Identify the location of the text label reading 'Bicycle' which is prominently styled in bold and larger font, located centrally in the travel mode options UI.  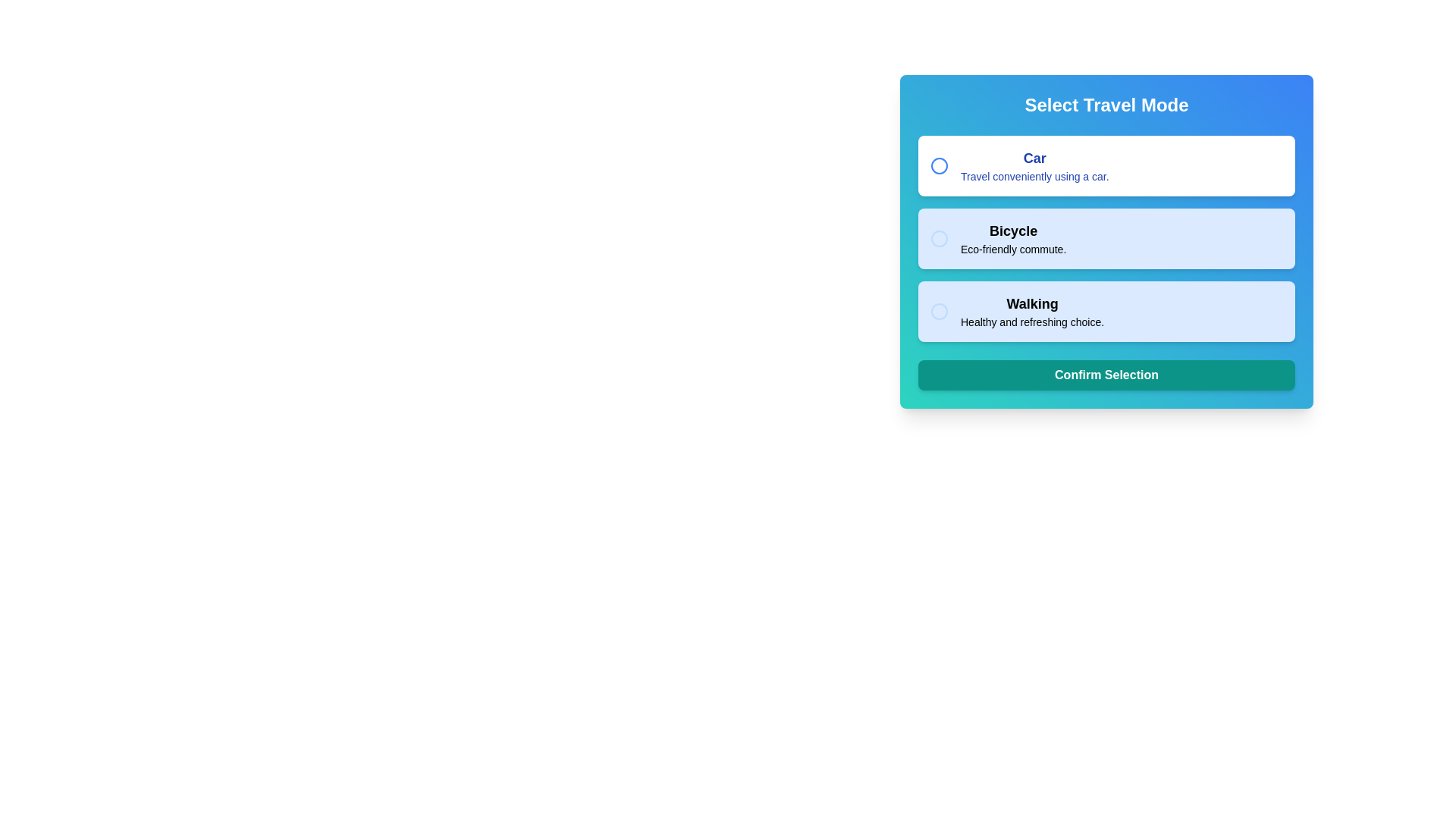
(1013, 231).